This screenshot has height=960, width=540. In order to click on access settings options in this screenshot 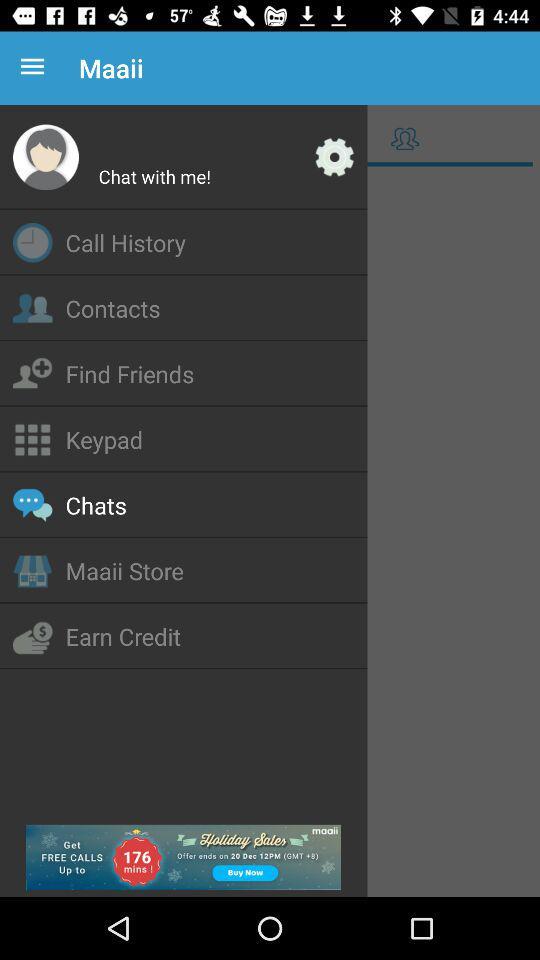, I will do `click(334, 156)`.